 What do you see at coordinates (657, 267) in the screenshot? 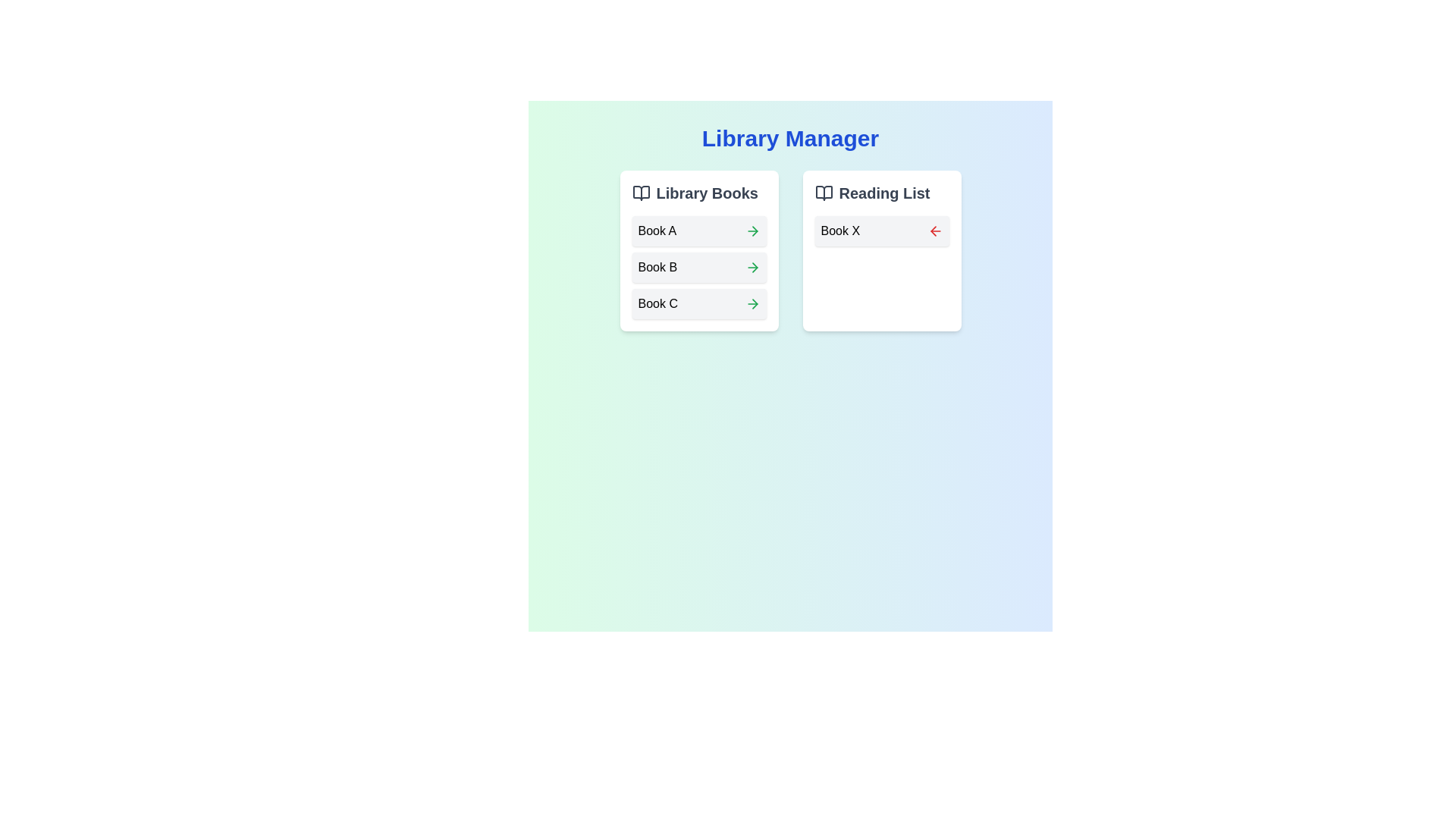
I see `the text label representing 'Book B' within the 'Library Books' section by clicking on it` at bounding box center [657, 267].